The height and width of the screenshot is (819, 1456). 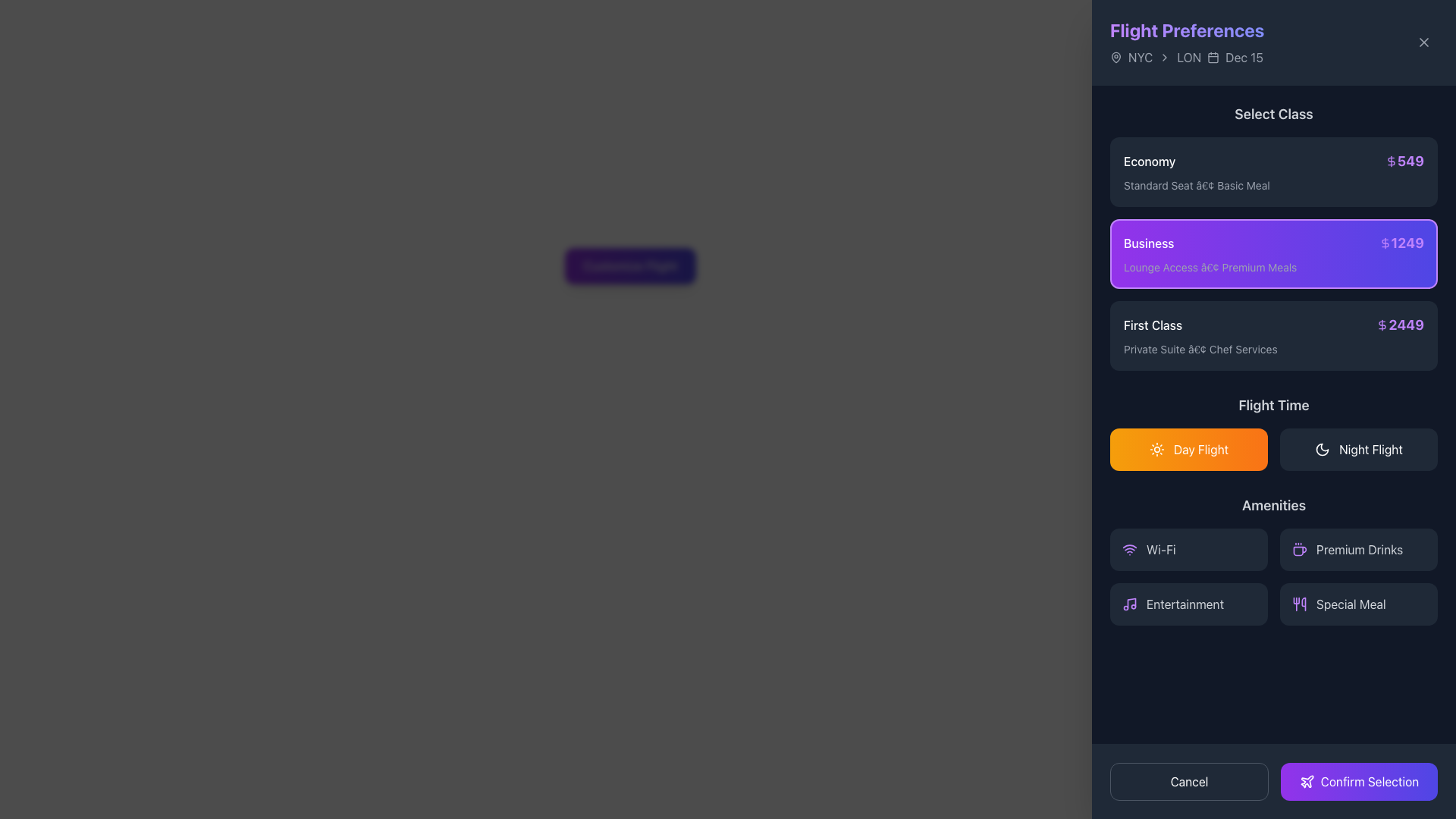 I want to click on the 'Special Meal' text label, which is styled in light gray and located in the bottom-right section of the interface within the 'Amenities' options grid, so click(x=1351, y=604).